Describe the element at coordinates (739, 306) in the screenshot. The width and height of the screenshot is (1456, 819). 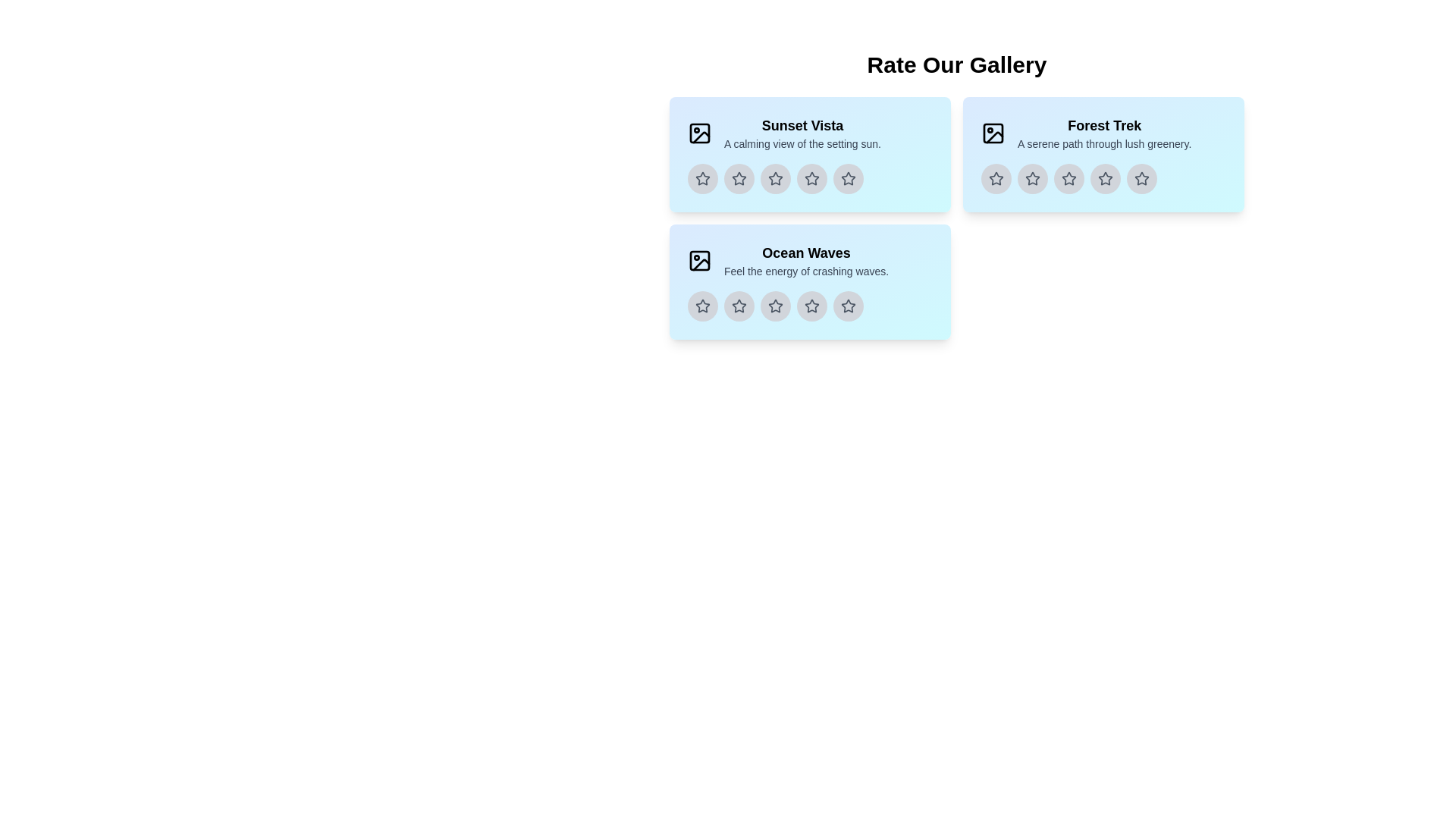
I see `the first gray outlined star icon within the rating section of the 'Ocean Waves' card` at that location.